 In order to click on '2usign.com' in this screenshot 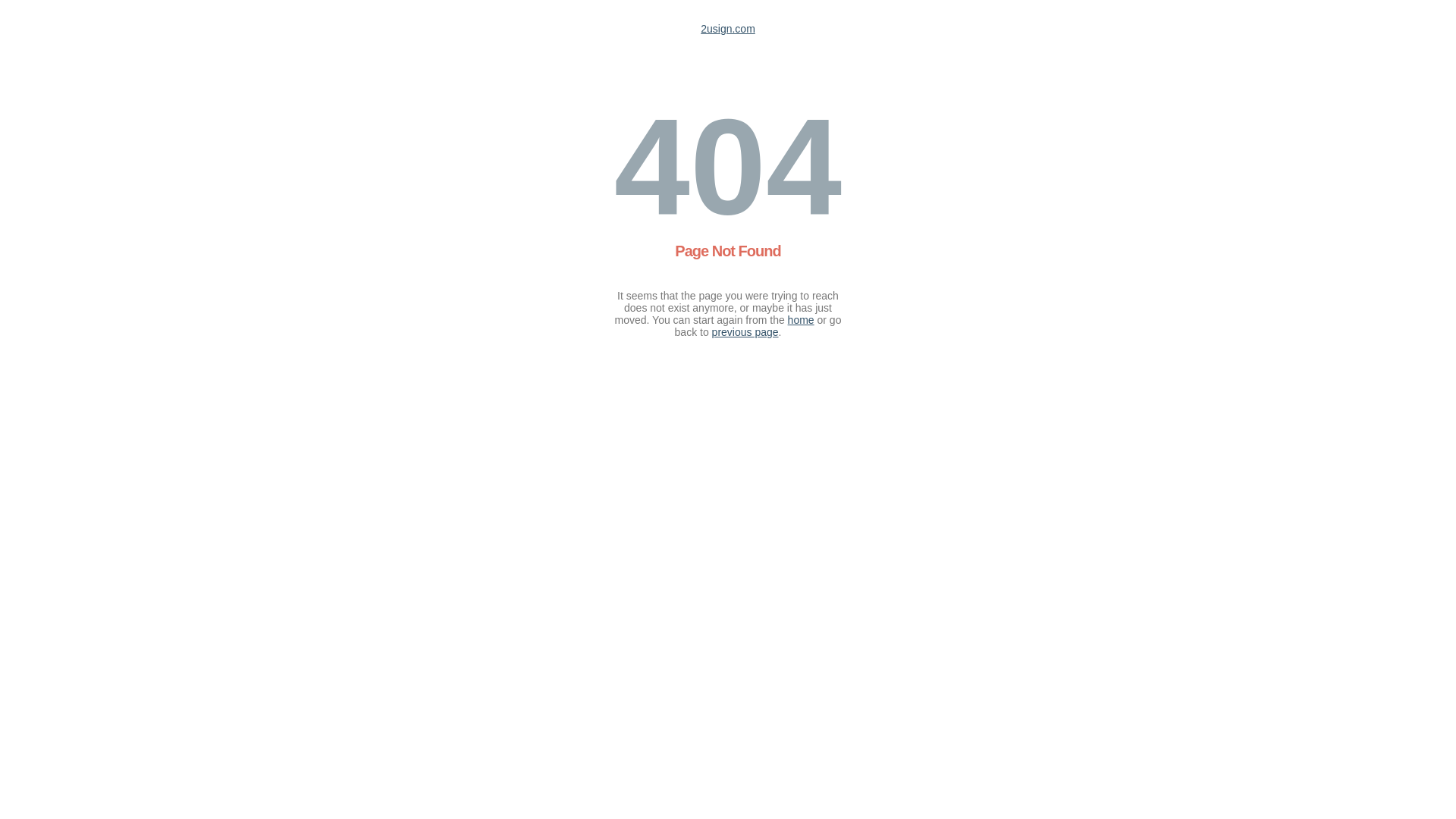, I will do `click(728, 29)`.